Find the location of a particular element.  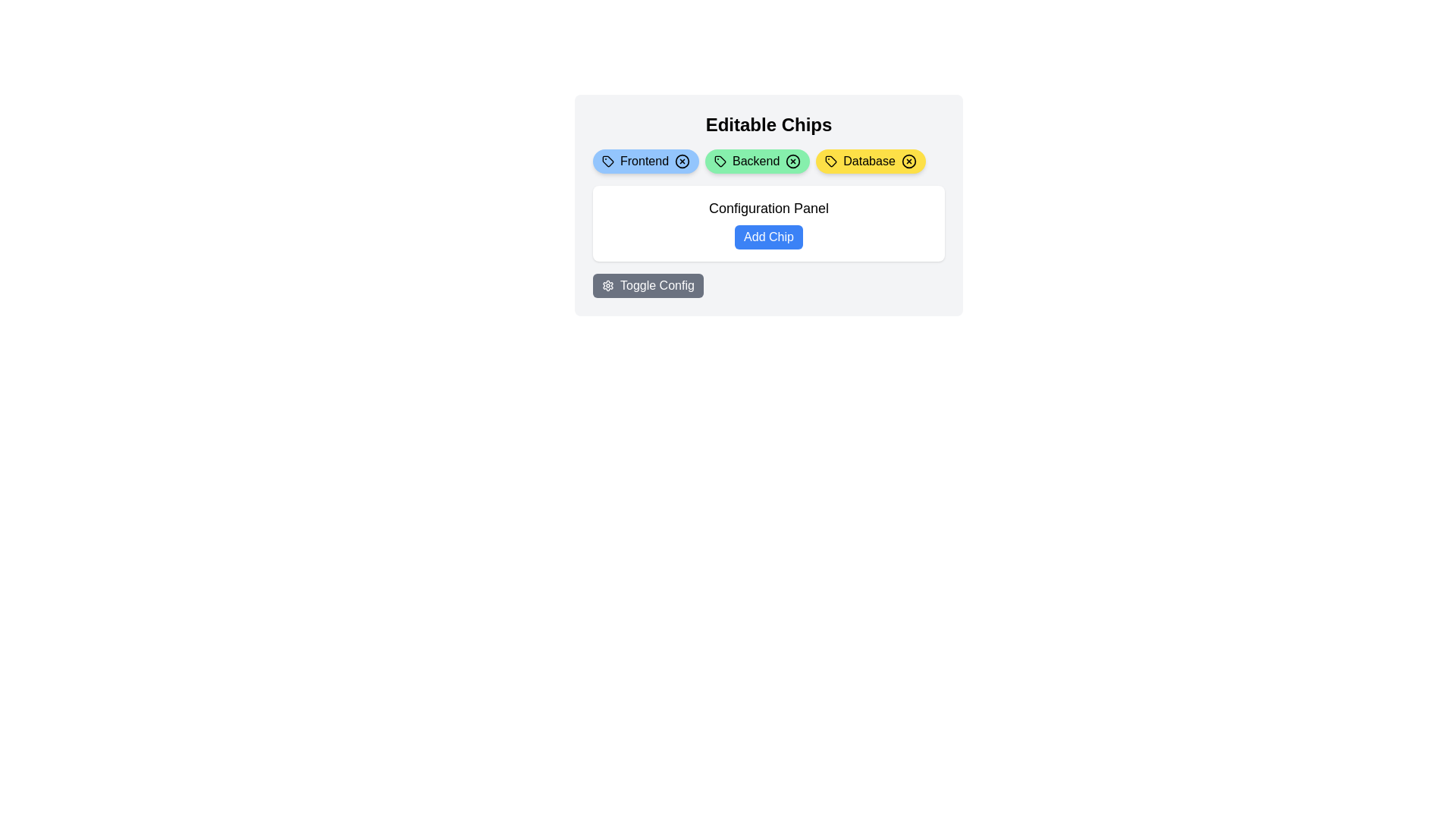

close button of the chip labeled Backend is located at coordinates (792, 161).